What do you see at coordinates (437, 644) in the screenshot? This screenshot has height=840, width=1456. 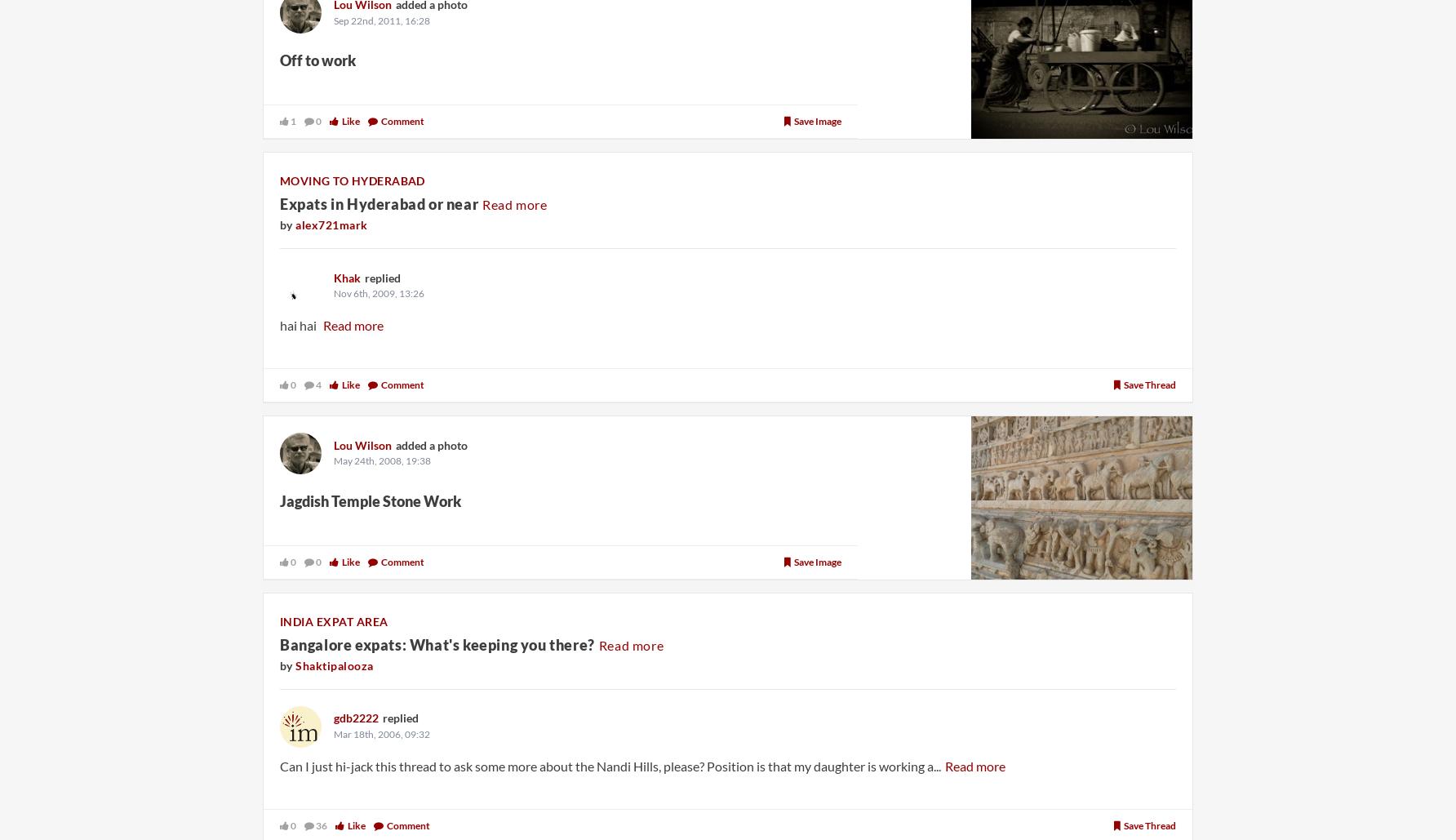 I see `'Bangalore expats: What's keeping you there?'` at bounding box center [437, 644].